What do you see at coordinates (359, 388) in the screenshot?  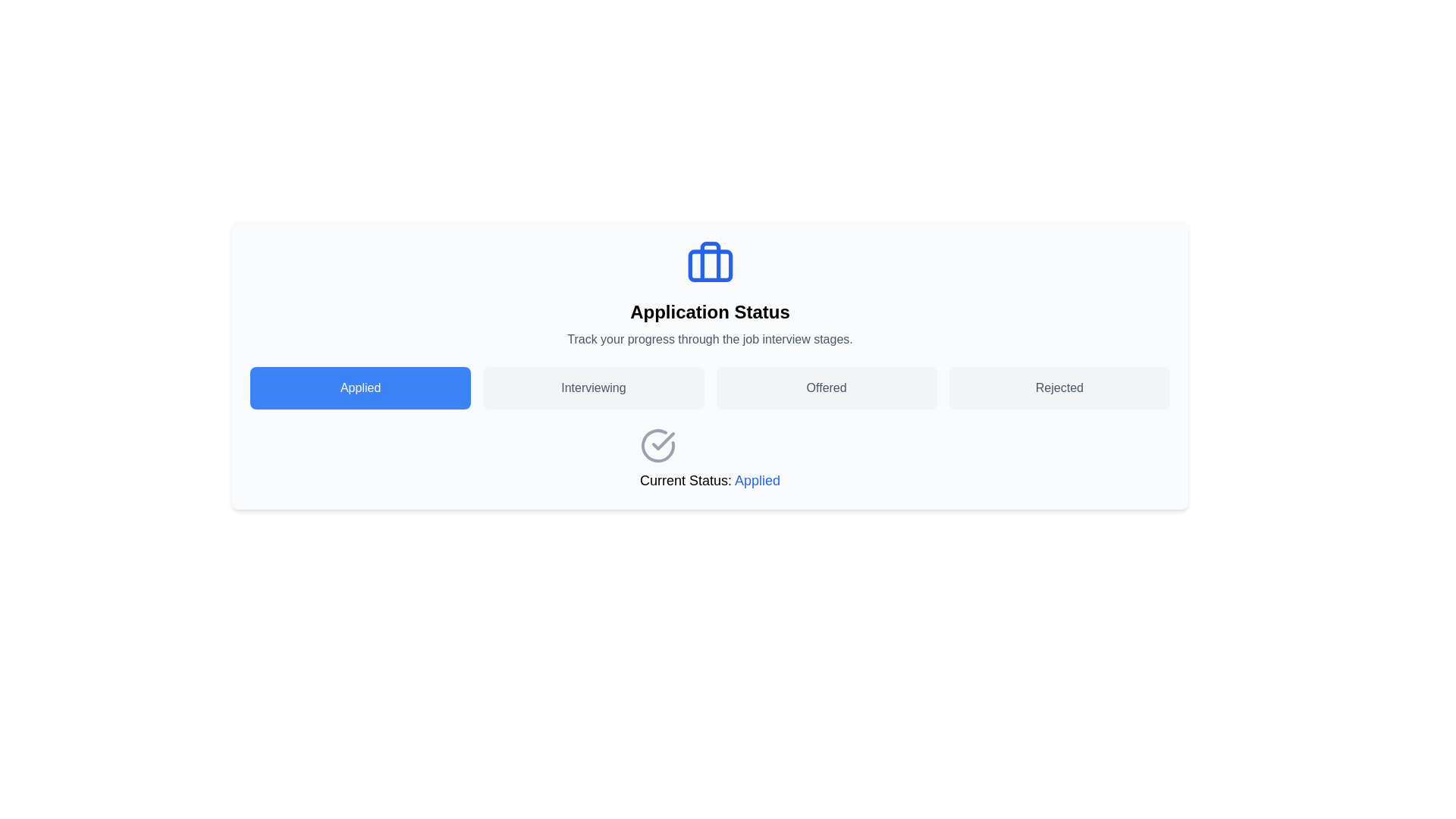 I see `the blue 'Applied' button with white text, which is the first button in a horizontal layout of four buttons` at bounding box center [359, 388].